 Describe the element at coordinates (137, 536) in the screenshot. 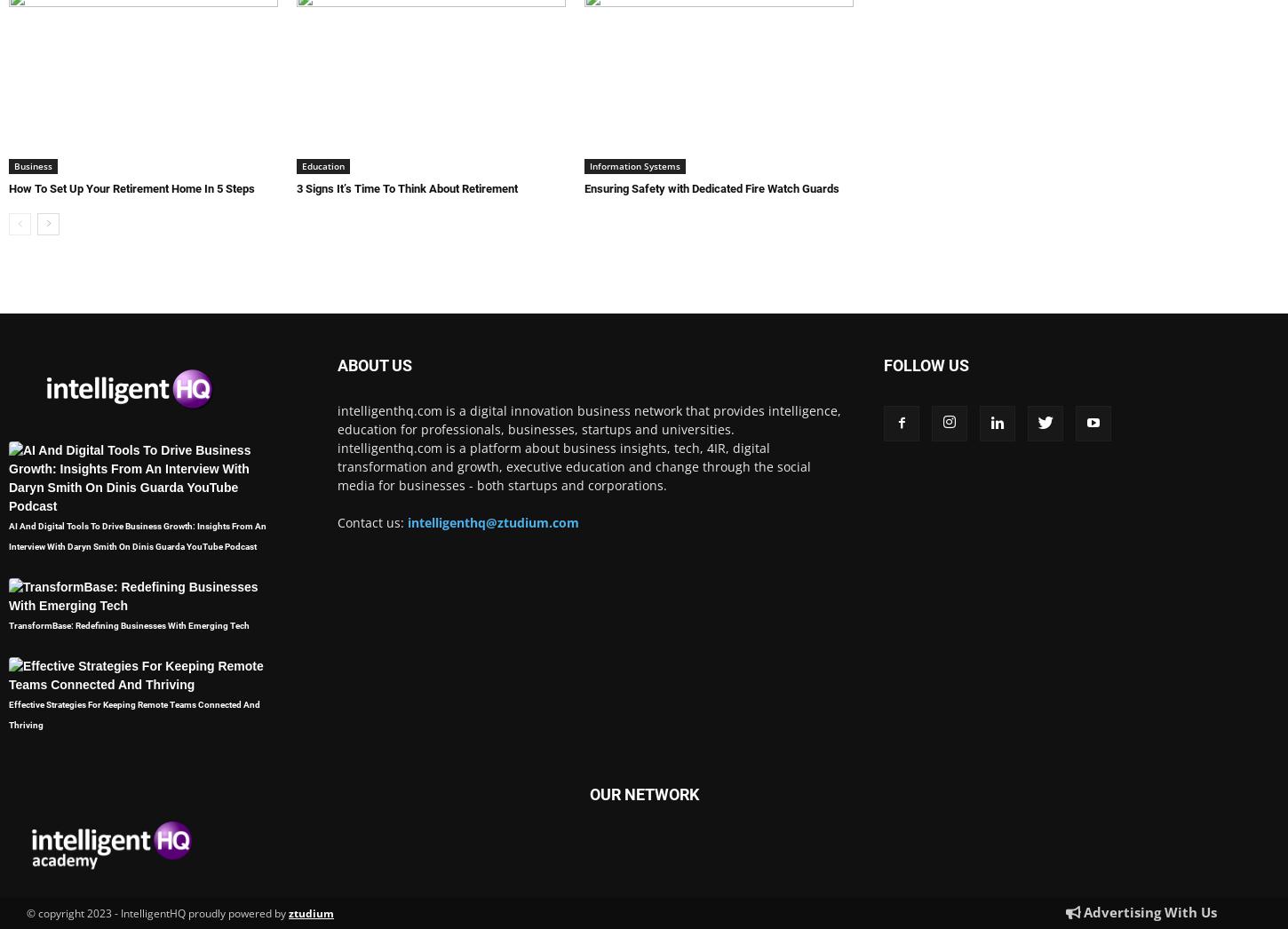

I see `'AI And Digital Tools To Drive Business Growth: Insights From An Interview With Daryn Smith On Dinis Guarda YouTube Podcast'` at that location.